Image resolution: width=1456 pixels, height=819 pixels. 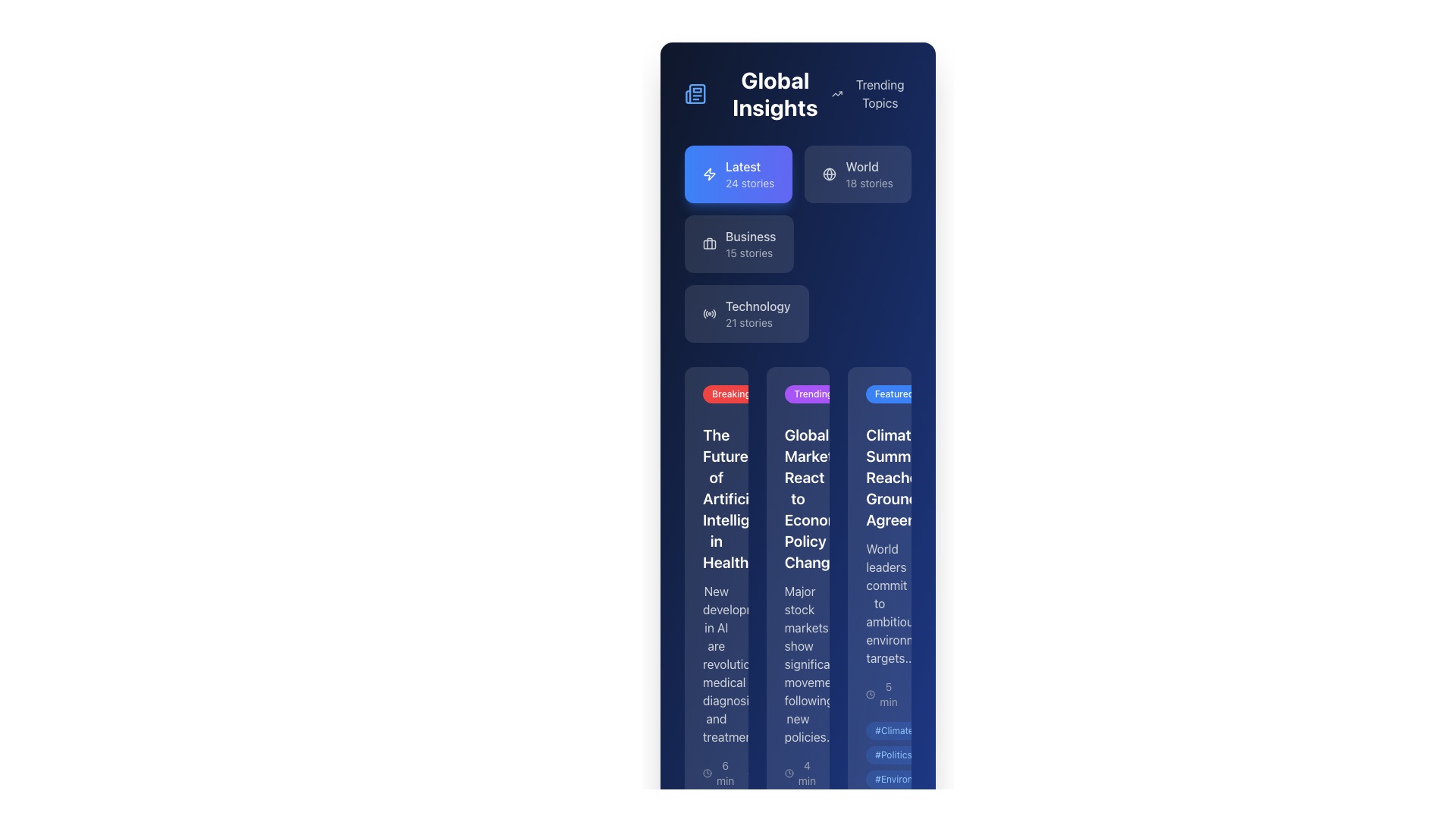 I want to click on the navigation button for the 'World' category, which is the second card in the vertical stack of four on the left sidebar, positioned below the 'Latest' card and above the 'Business' card, so click(x=858, y=174).